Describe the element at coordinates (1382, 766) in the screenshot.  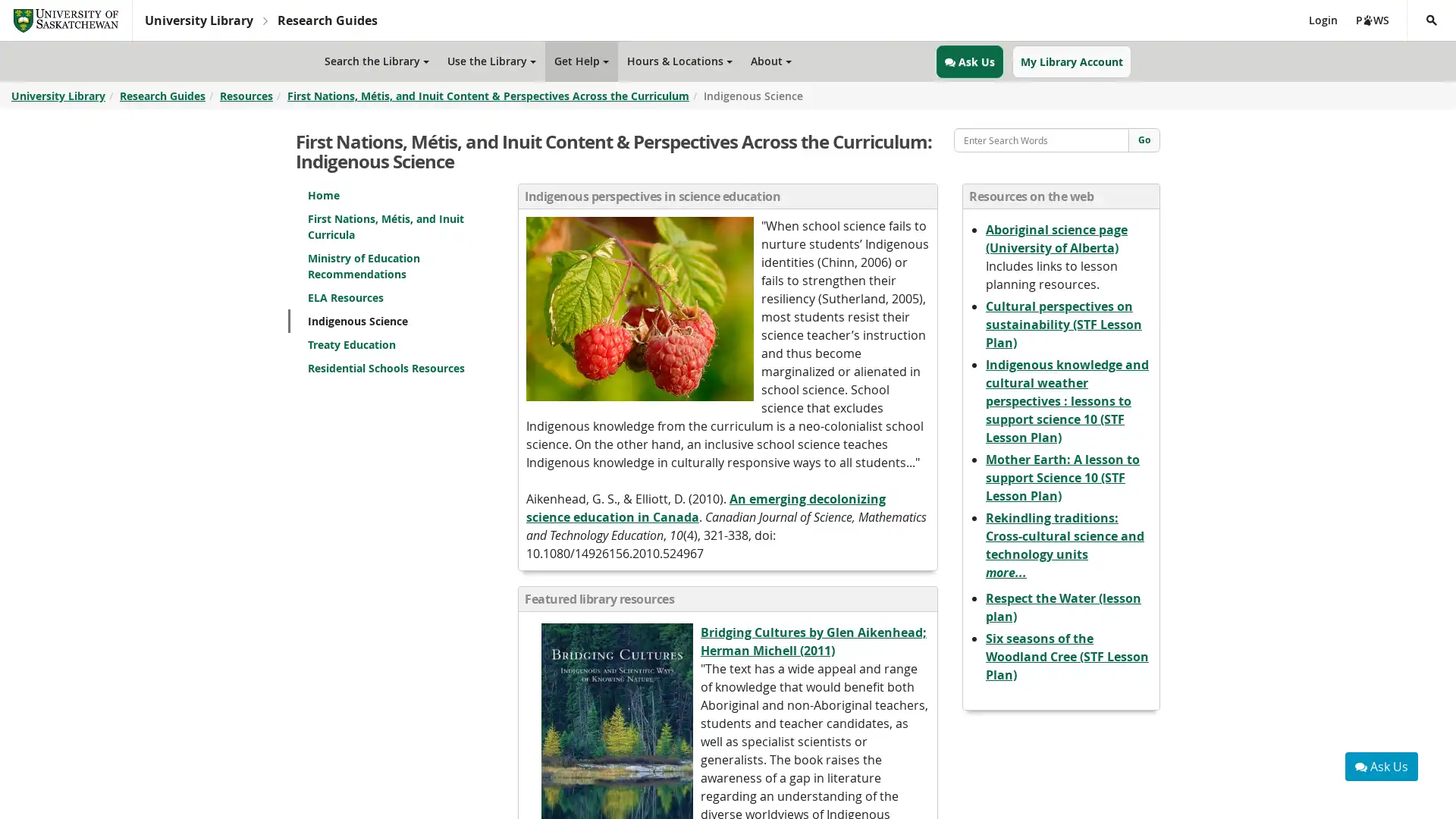
I see `Ask Us` at that location.